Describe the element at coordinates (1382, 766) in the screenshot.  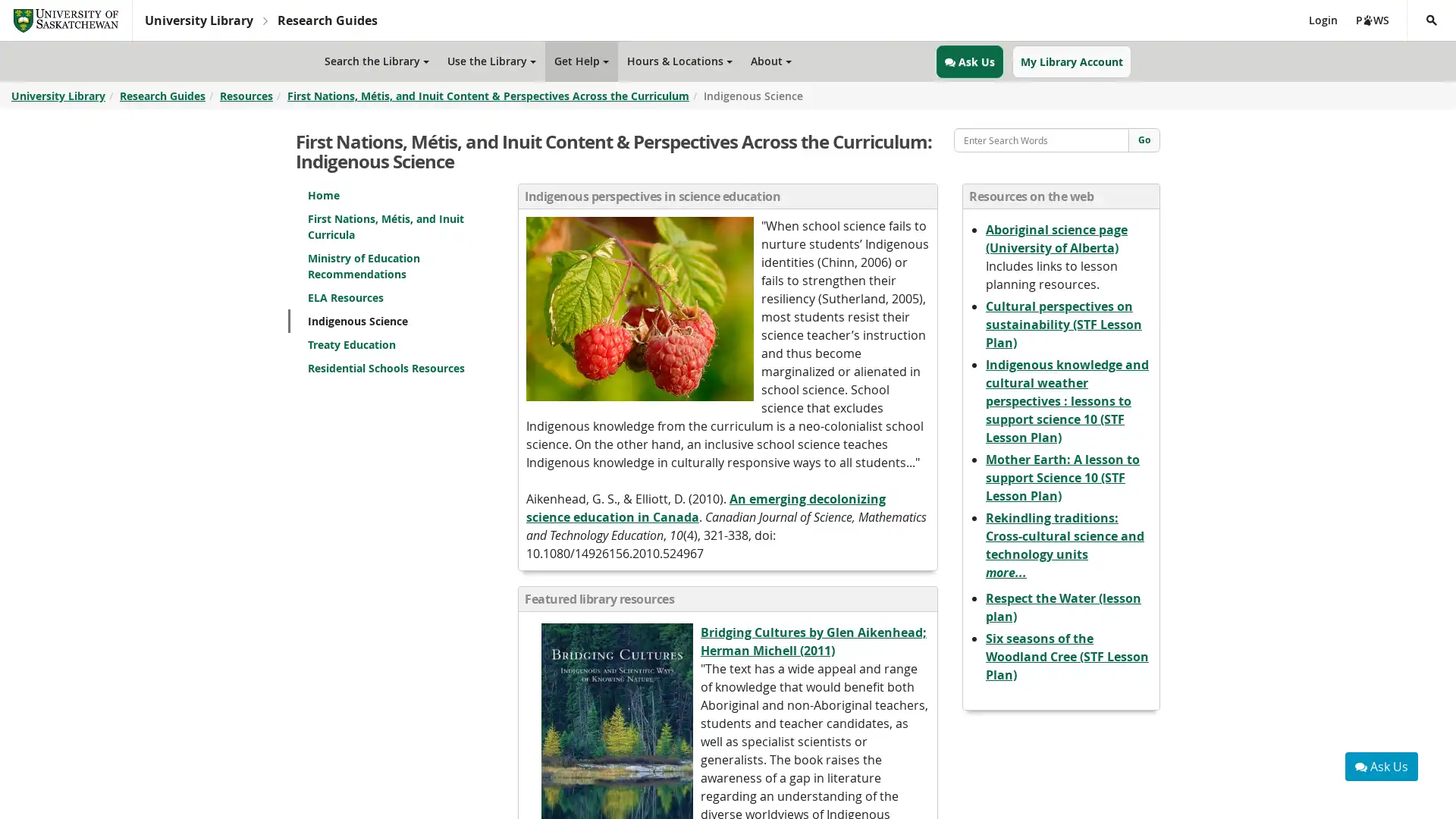
I see `Ask Us` at that location.